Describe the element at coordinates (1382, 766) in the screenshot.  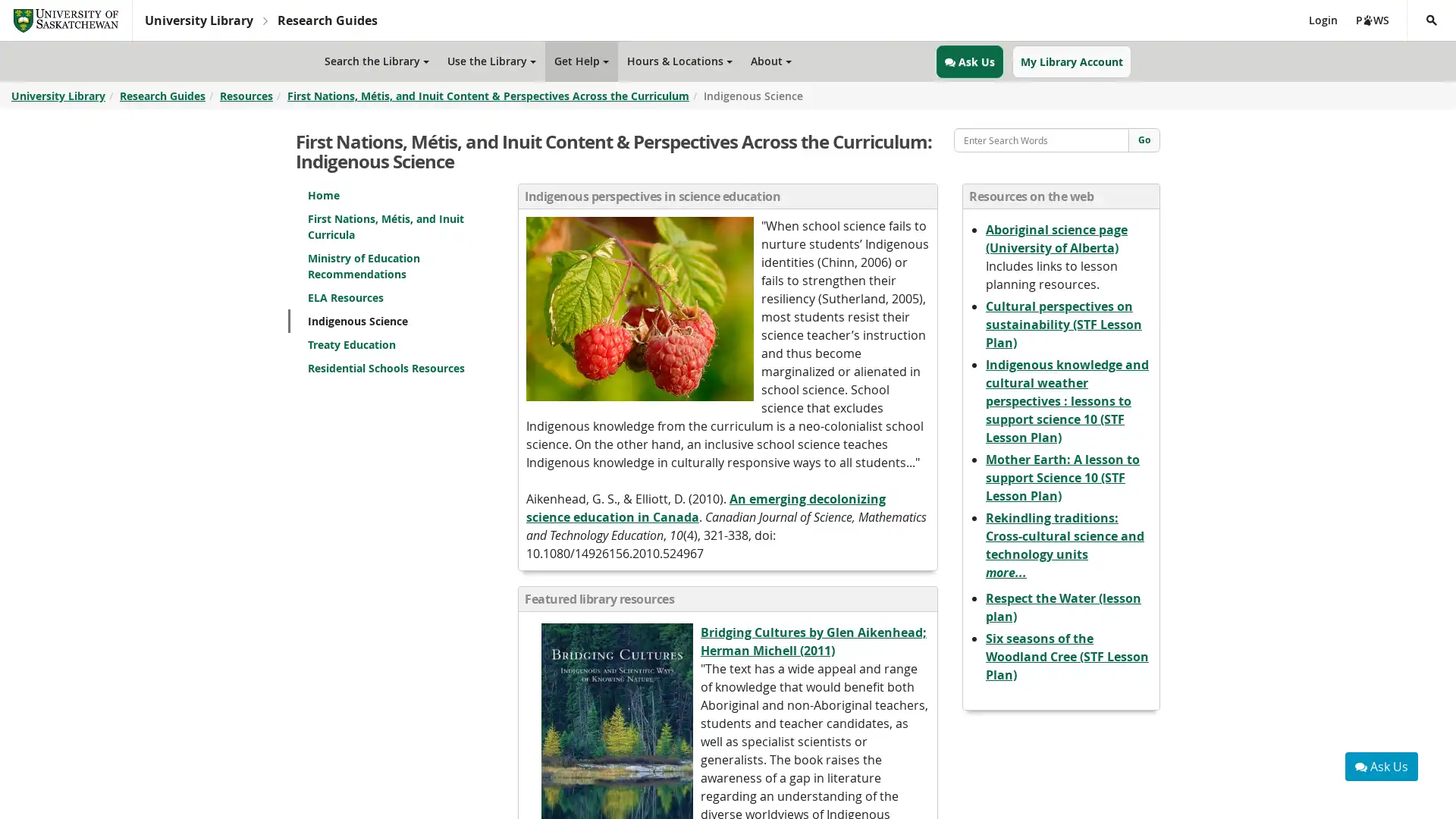
I see `Ask Us` at that location.